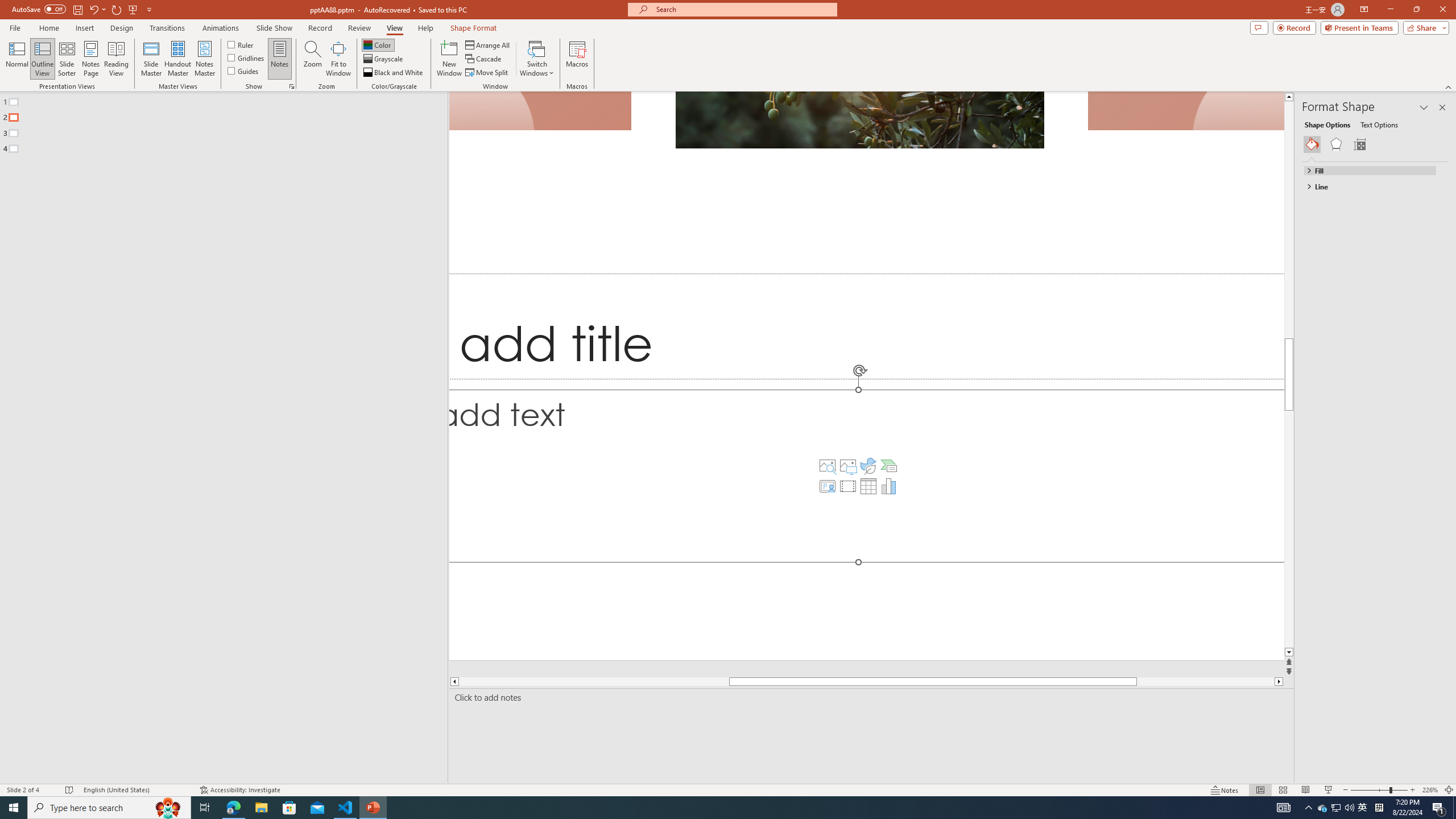 This screenshot has width=1456, height=819. Describe the element at coordinates (1359, 144) in the screenshot. I see `'Size & Properties'` at that location.